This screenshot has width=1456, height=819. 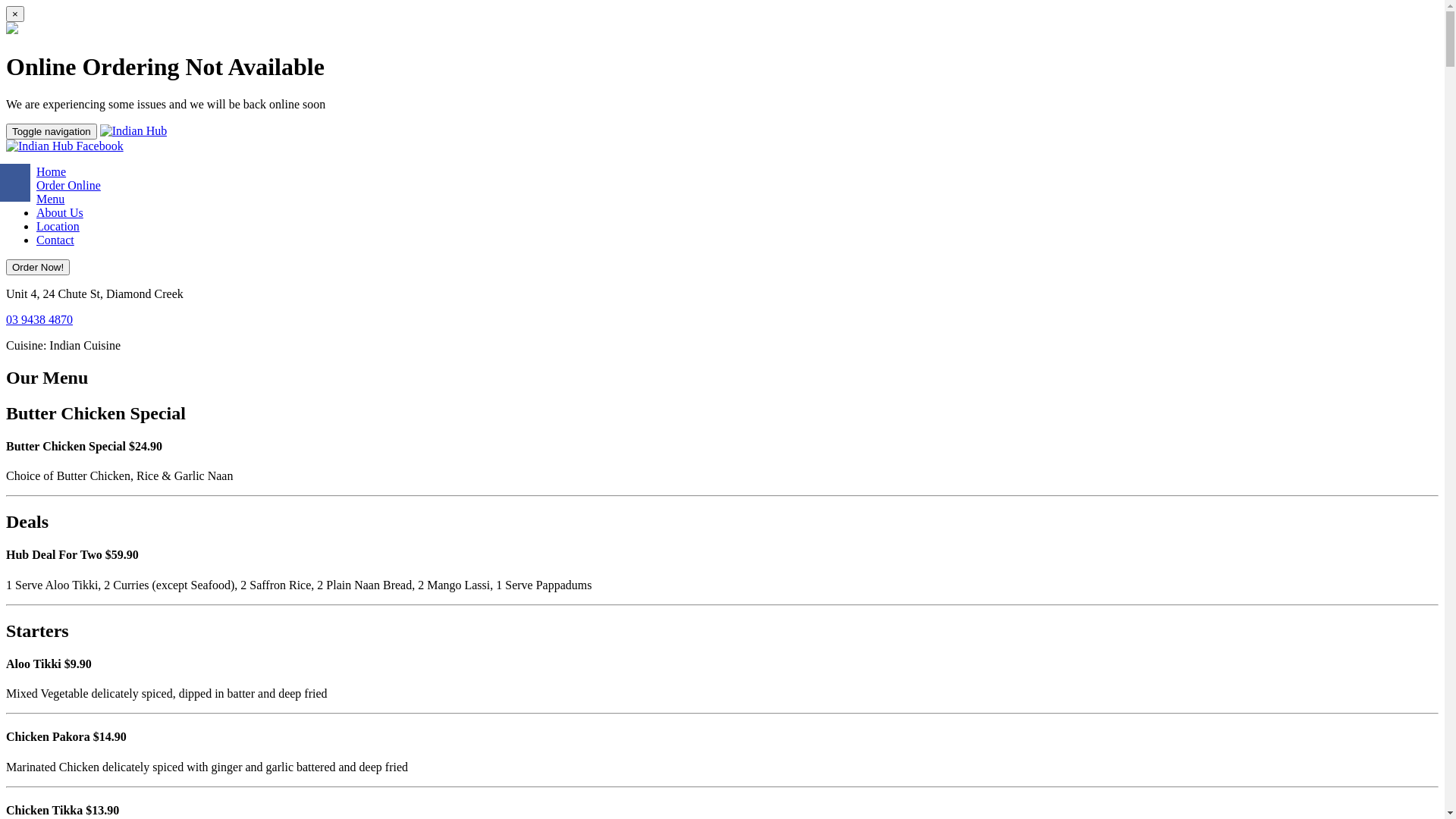 I want to click on 'Toggle navigation', so click(x=51, y=130).